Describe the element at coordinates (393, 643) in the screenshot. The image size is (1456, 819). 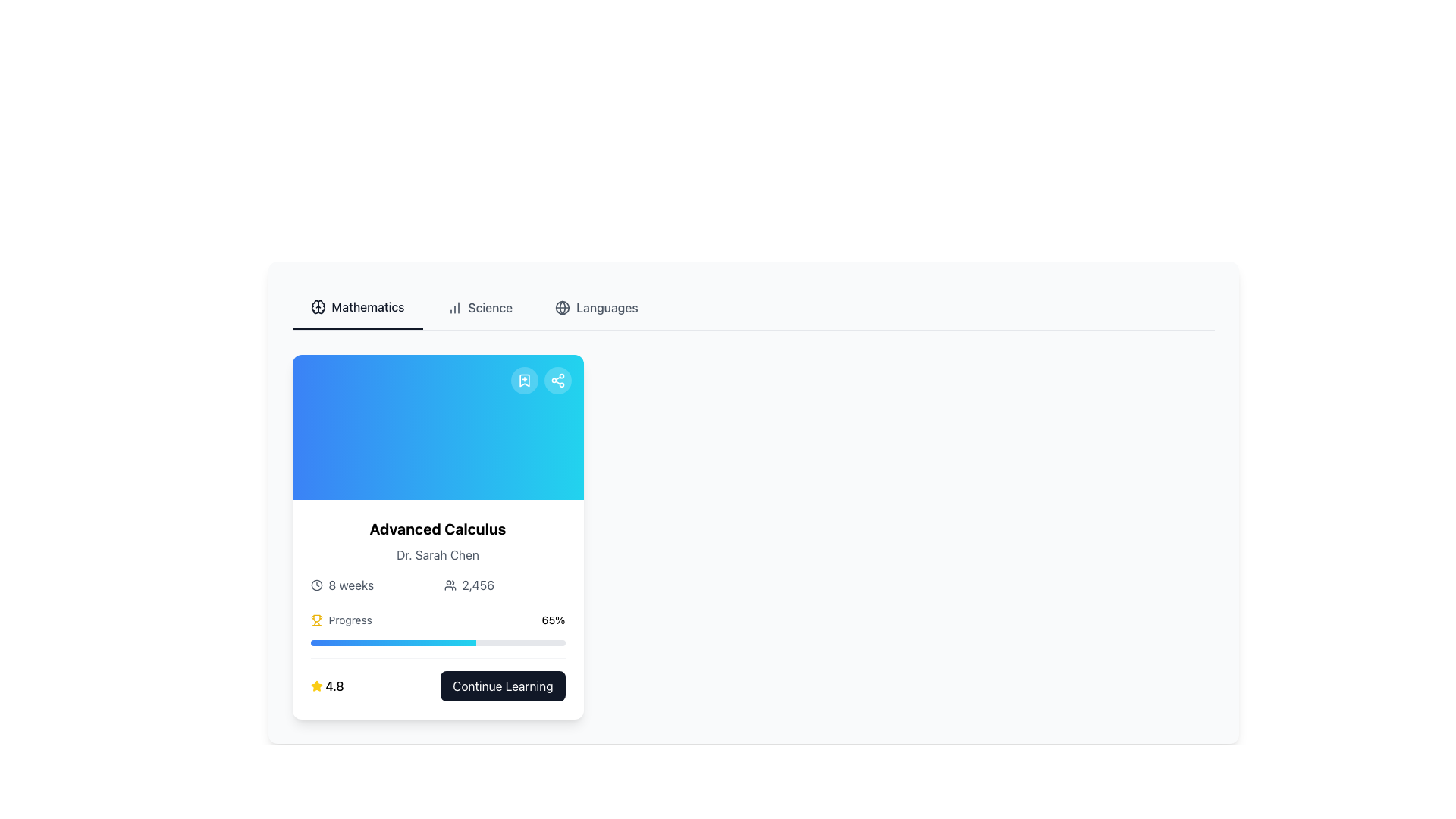
I see `the filled portion of the progress bar that visually represents 65% completion of the task, located at the bottom of the course information card` at that location.